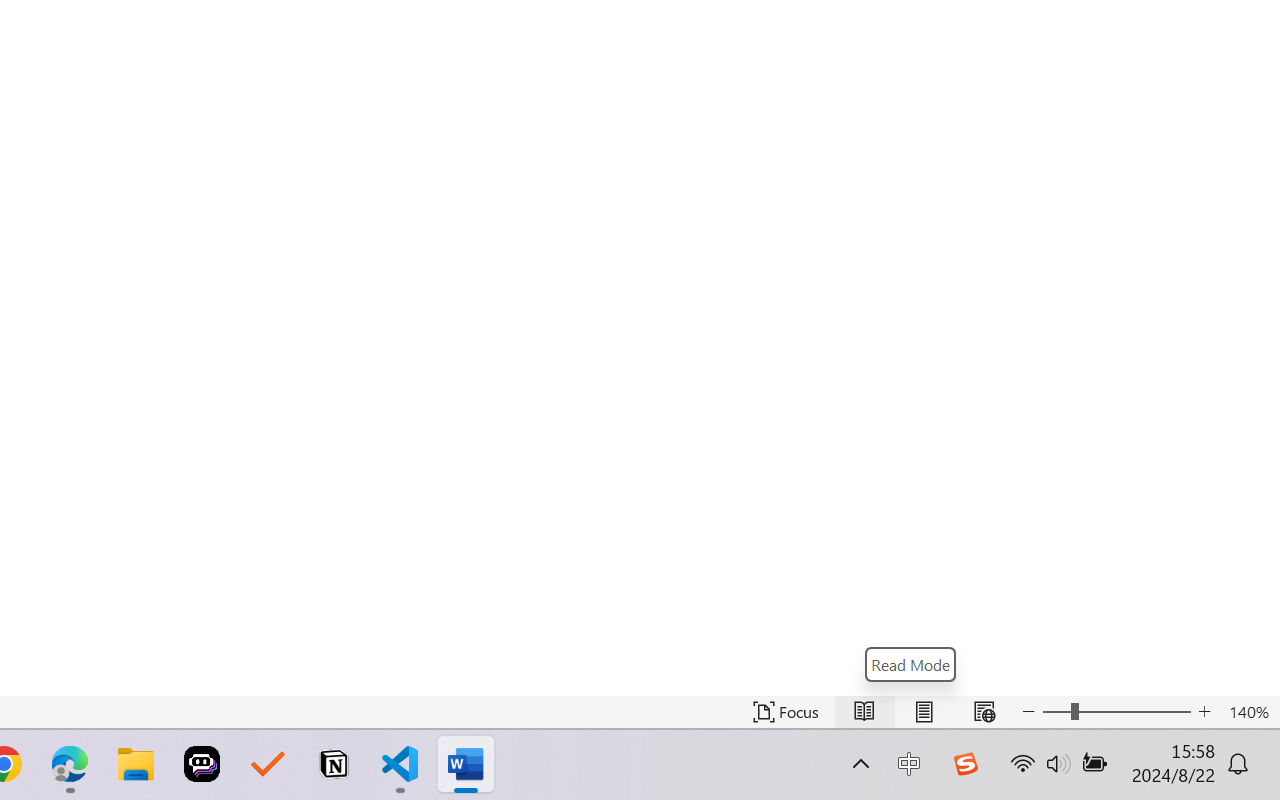  I want to click on 'Read Mode', so click(909, 663).